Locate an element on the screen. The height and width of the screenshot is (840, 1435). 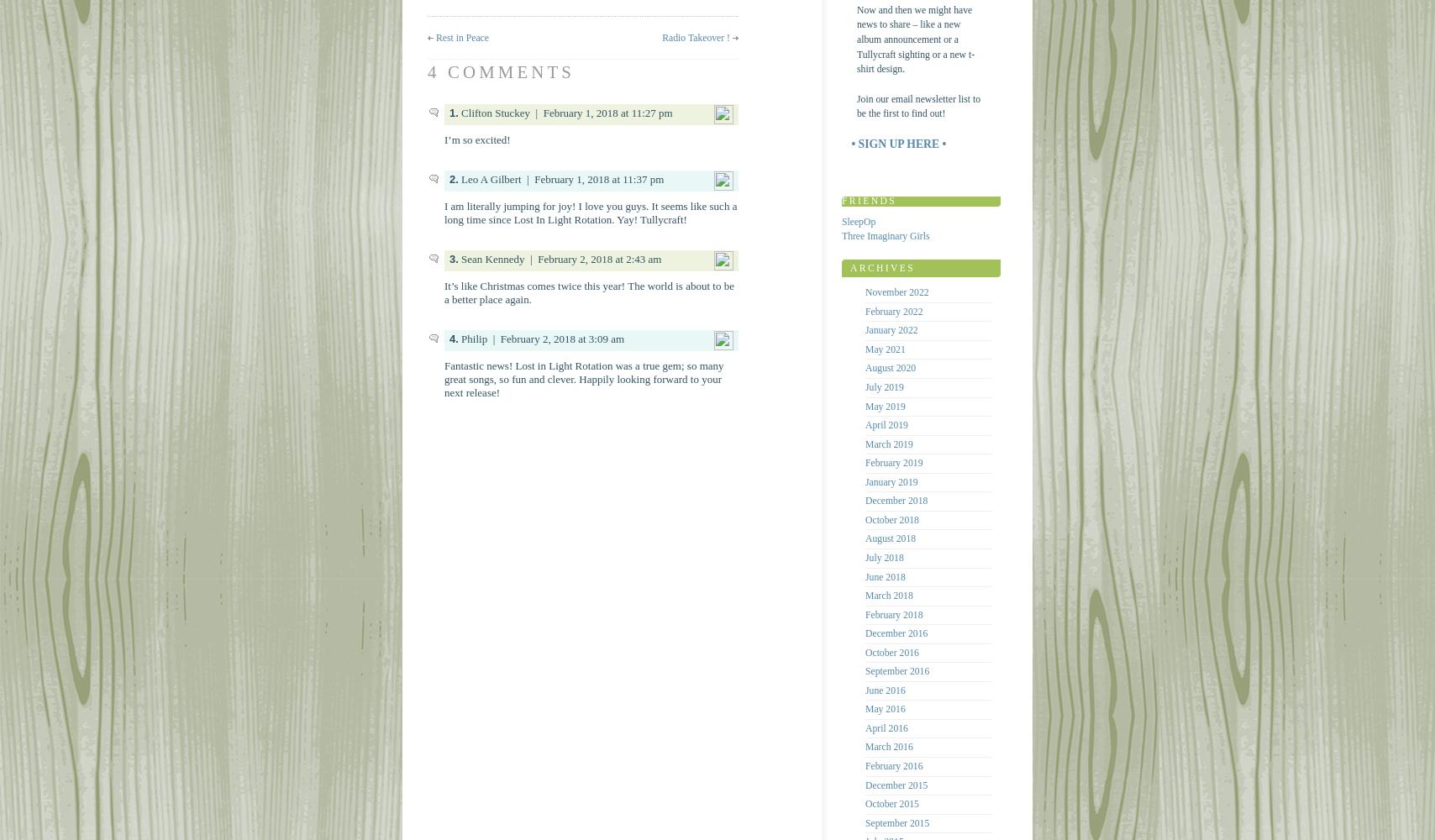
'Archives' is located at coordinates (882, 266).